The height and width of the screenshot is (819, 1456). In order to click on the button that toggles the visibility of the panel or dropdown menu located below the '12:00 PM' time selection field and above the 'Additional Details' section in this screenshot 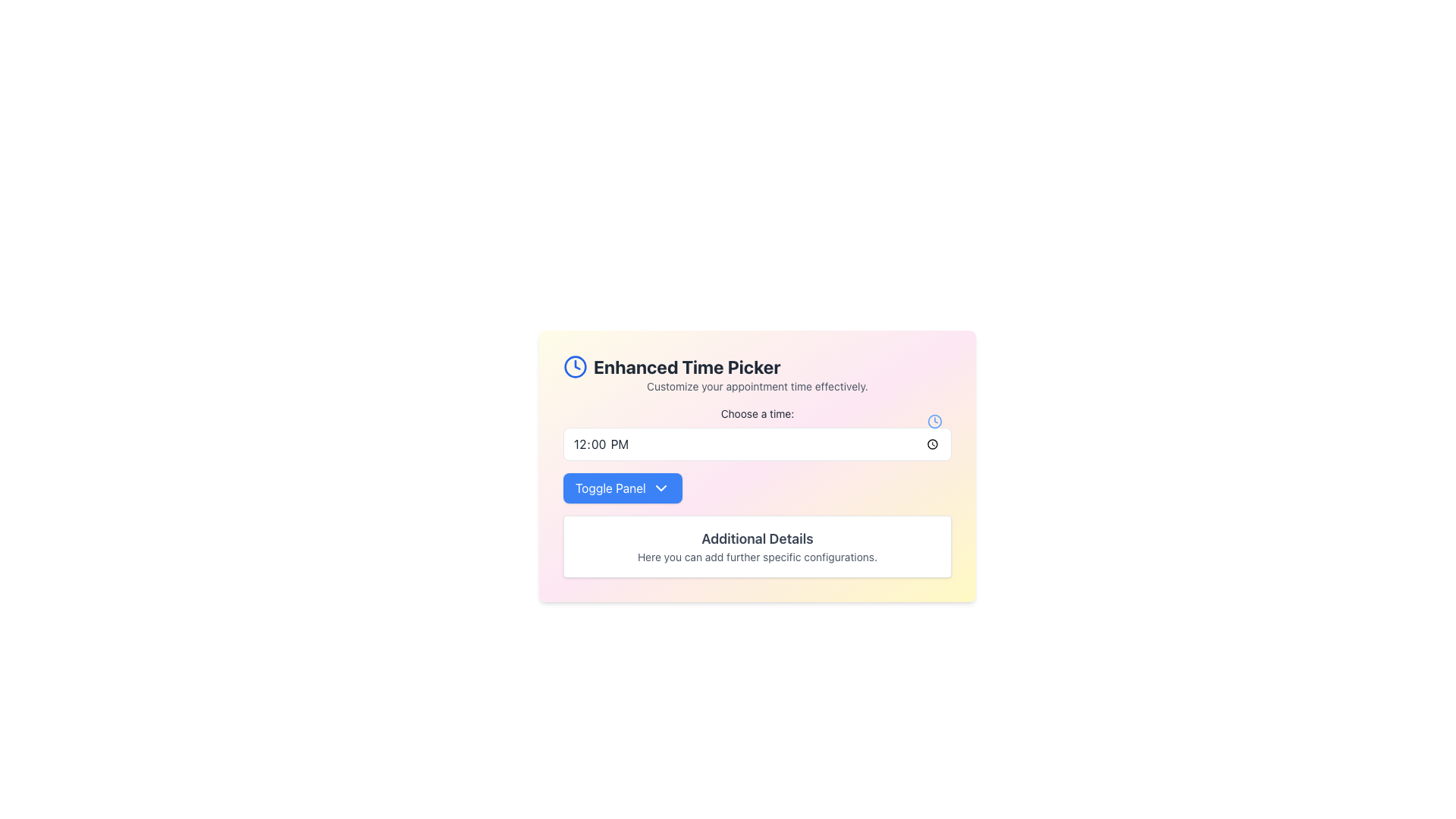, I will do `click(623, 488)`.